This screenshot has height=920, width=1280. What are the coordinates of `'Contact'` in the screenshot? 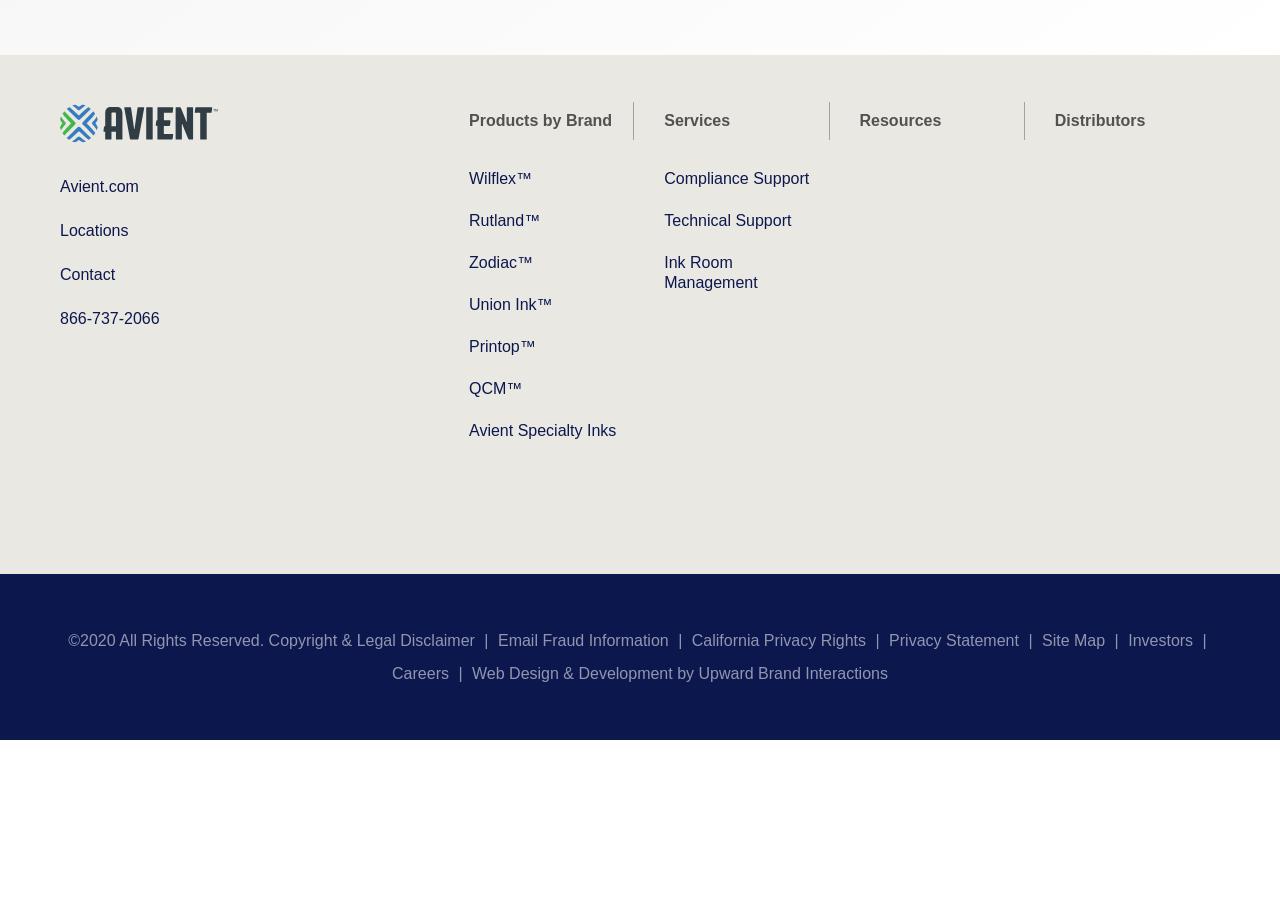 It's located at (86, 274).